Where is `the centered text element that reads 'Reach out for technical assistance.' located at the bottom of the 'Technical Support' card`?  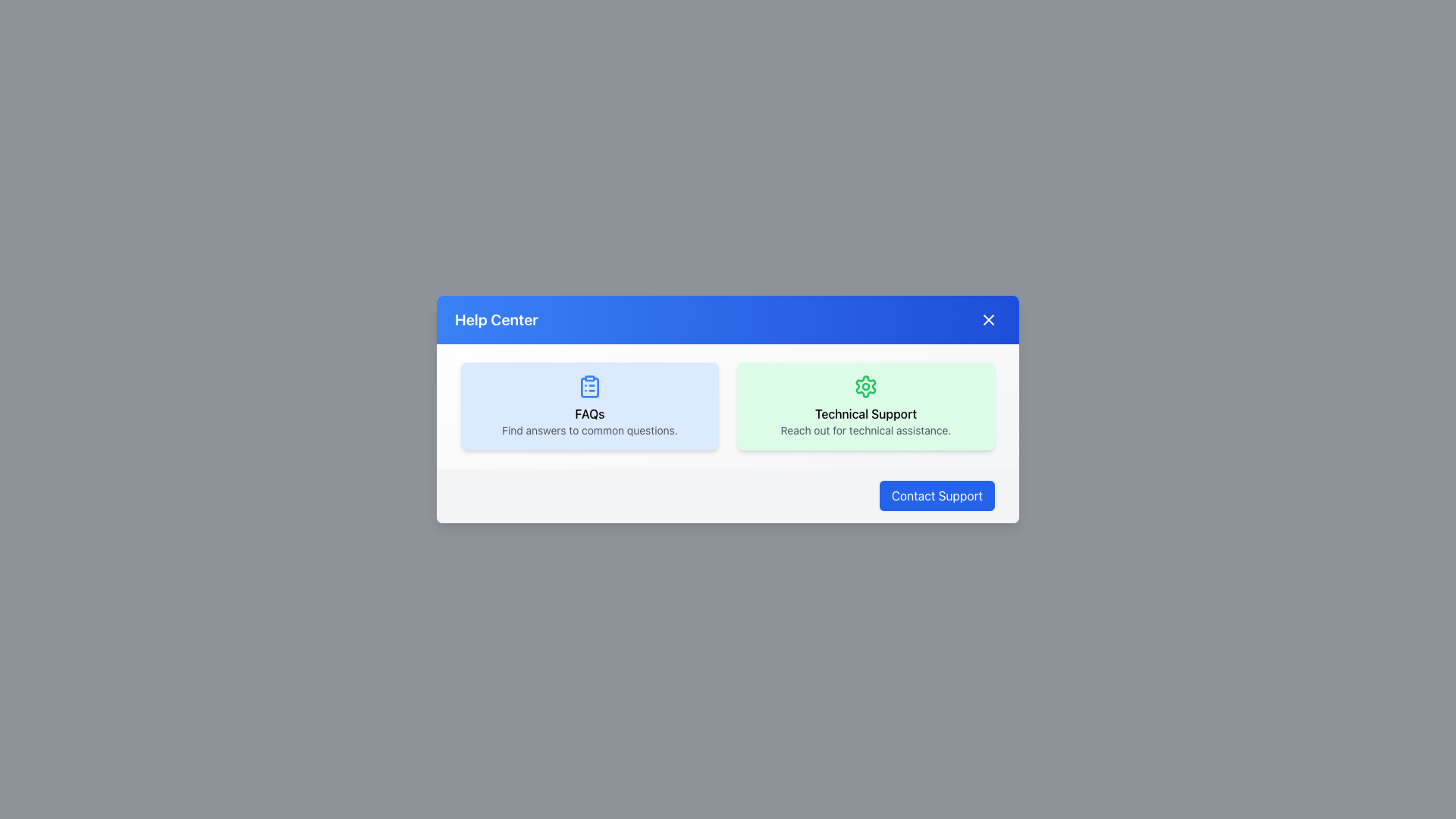
the centered text element that reads 'Reach out for technical assistance.' located at the bottom of the 'Technical Support' card is located at coordinates (866, 430).